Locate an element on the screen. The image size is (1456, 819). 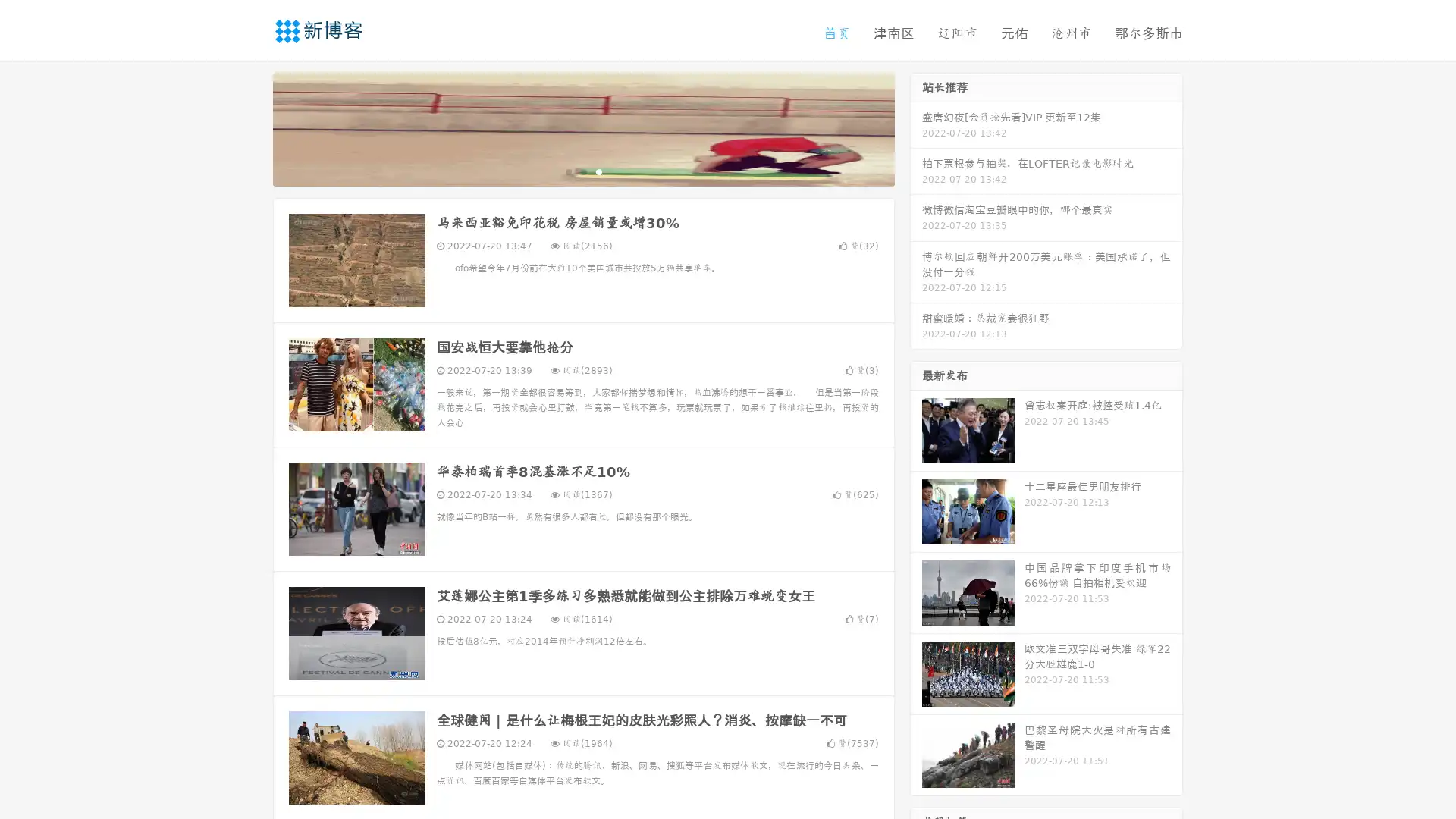
Go to slide 3 is located at coordinates (598, 171).